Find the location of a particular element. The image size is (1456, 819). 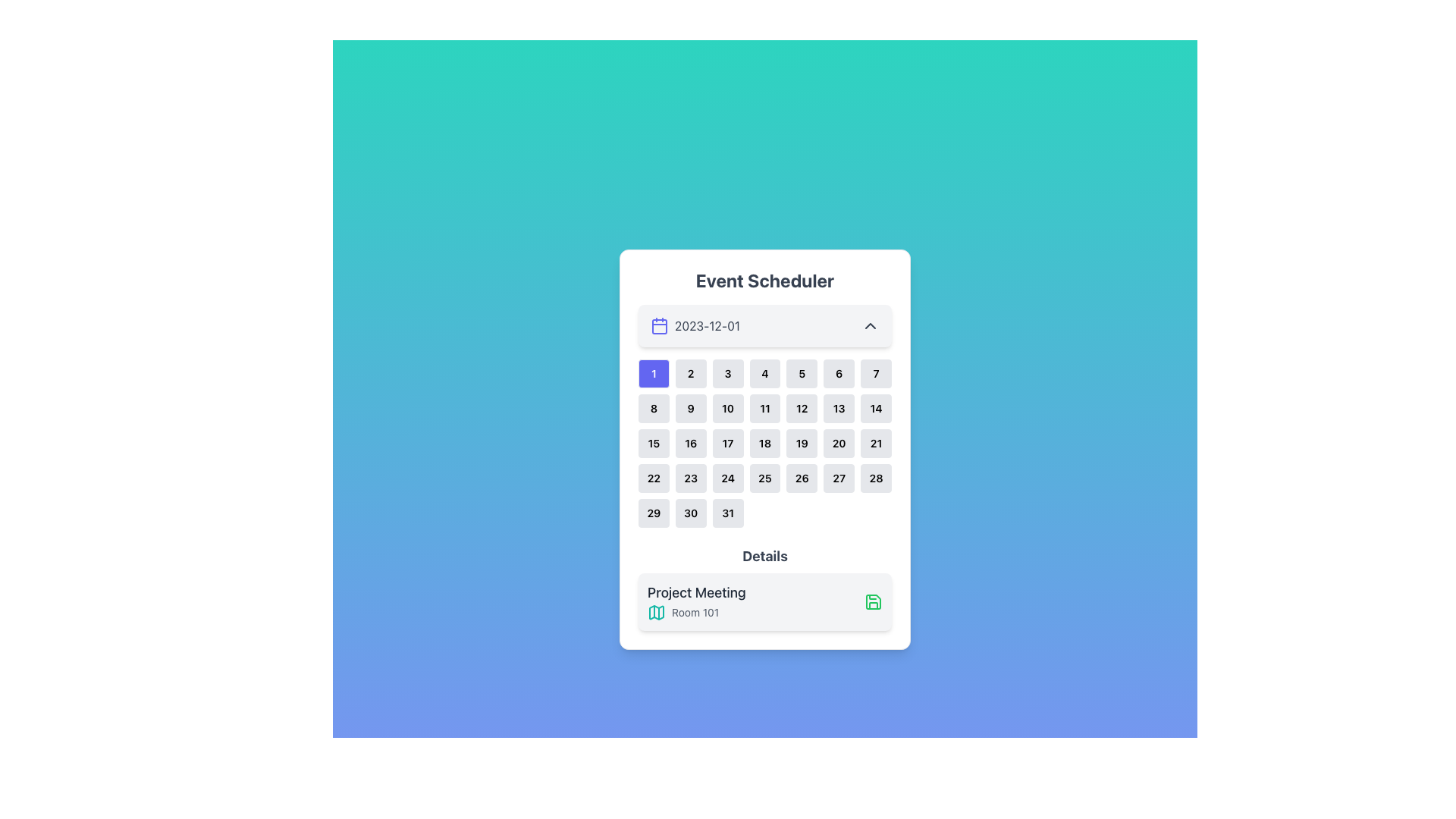

the button labeled '18' which is a rectangular button with rounded corners located in the calendar UI, positioned in the third row and fourth column is located at coordinates (764, 444).